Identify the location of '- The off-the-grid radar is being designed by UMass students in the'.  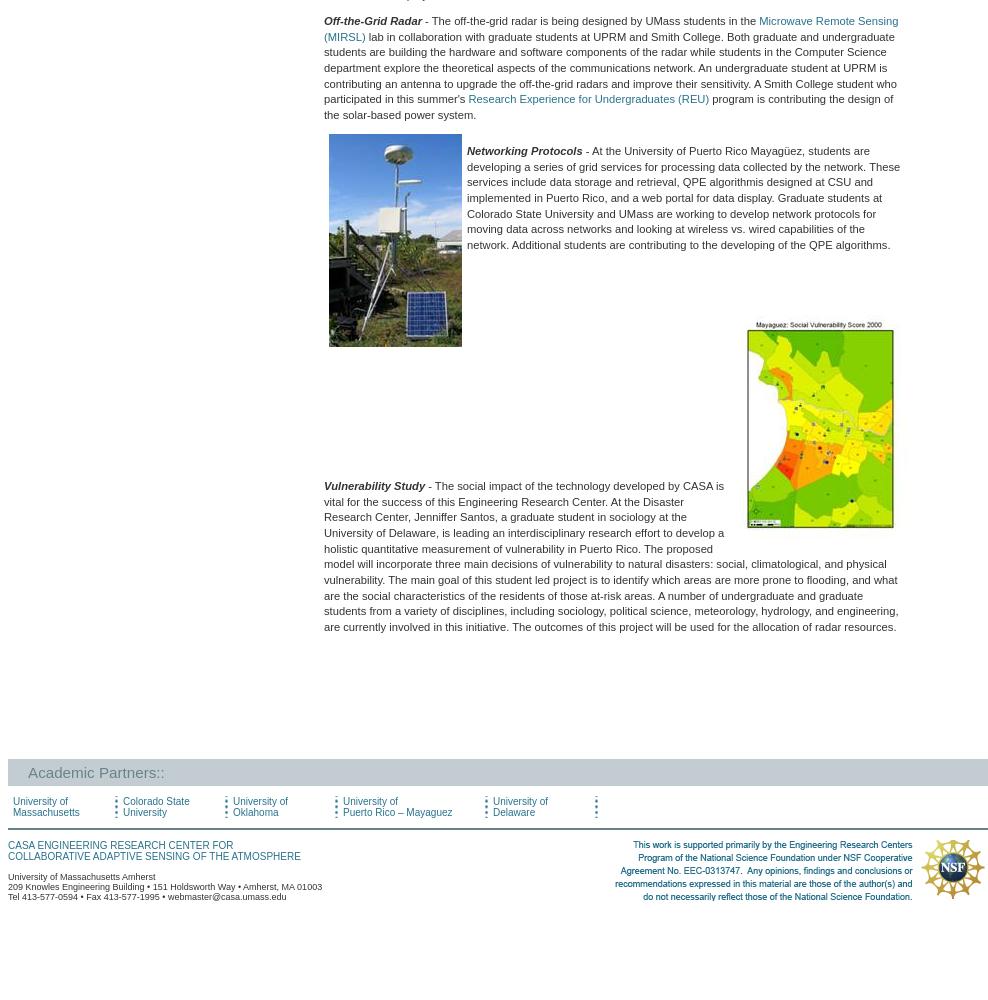
(424, 21).